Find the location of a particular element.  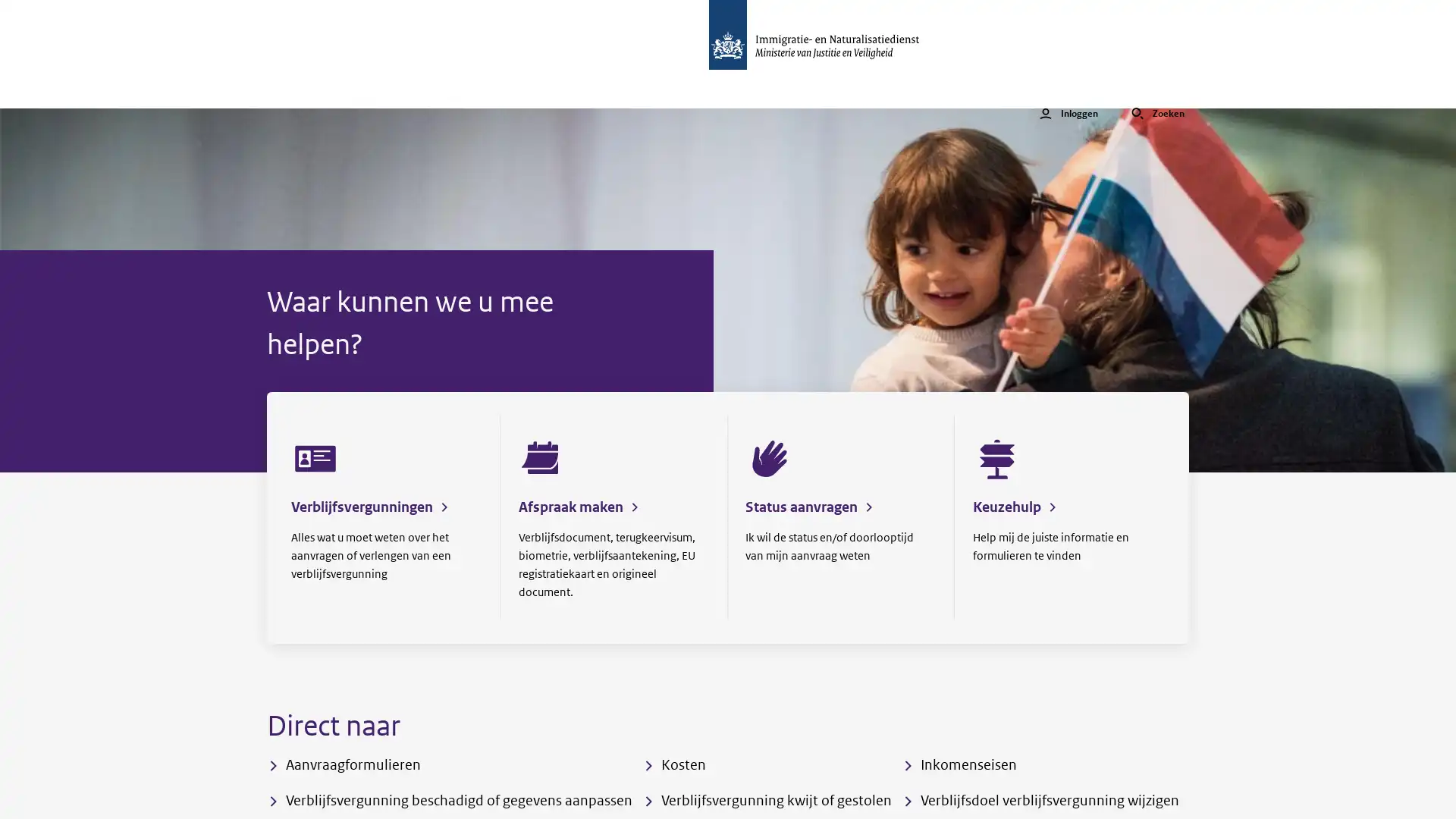

Over ons is located at coordinates (590, 89).